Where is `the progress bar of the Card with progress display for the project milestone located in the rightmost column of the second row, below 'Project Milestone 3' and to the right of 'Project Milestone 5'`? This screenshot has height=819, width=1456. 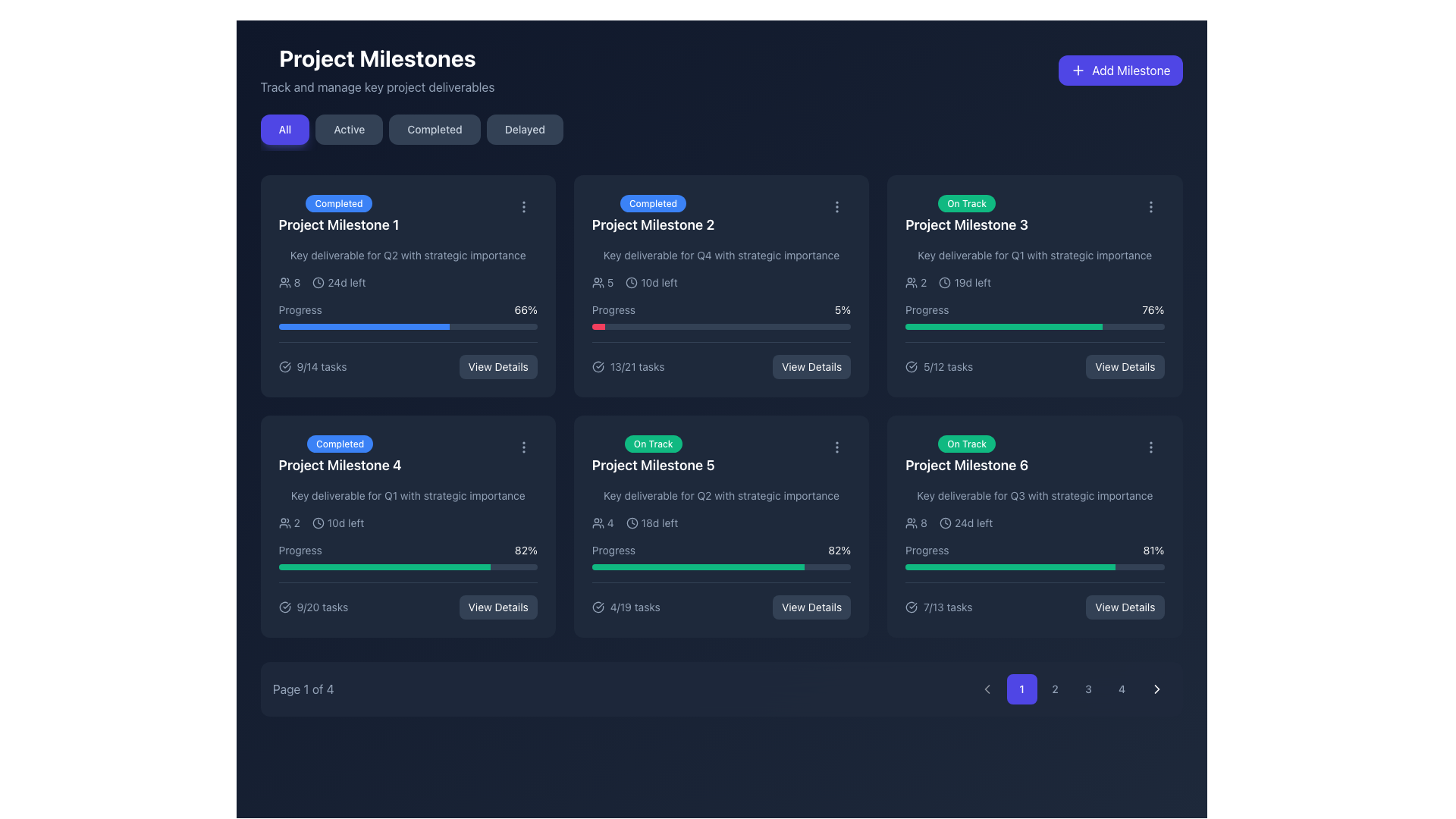
the progress bar of the Card with progress display for the project milestone located in the rightmost column of the second row, below 'Project Milestone 3' and to the right of 'Project Milestone 5' is located at coordinates (1034, 526).